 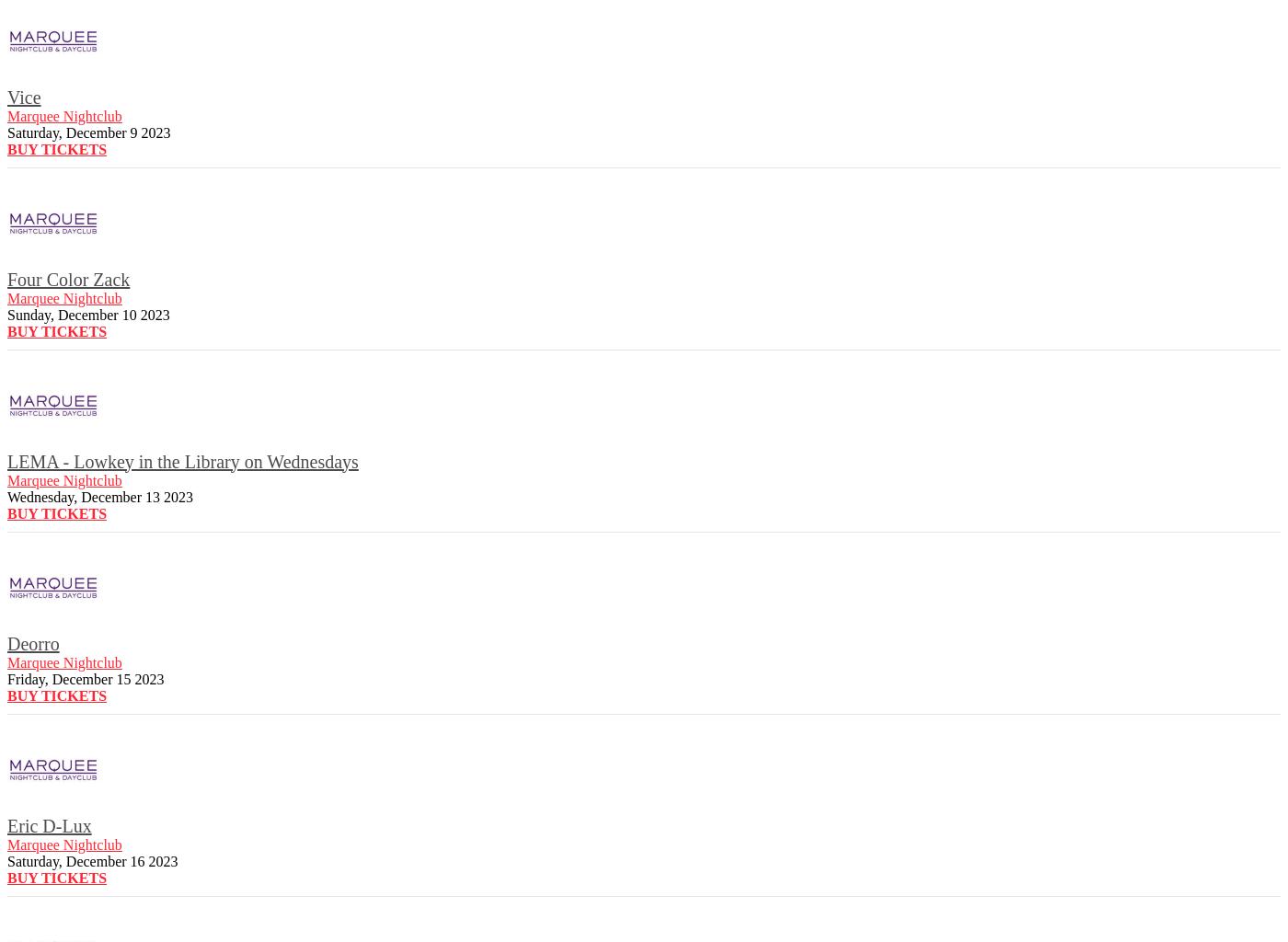 What do you see at coordinates (85, 677) in the screenshot?
I see `'Friday, December 15 2023'` at bounding box center [85, 677].